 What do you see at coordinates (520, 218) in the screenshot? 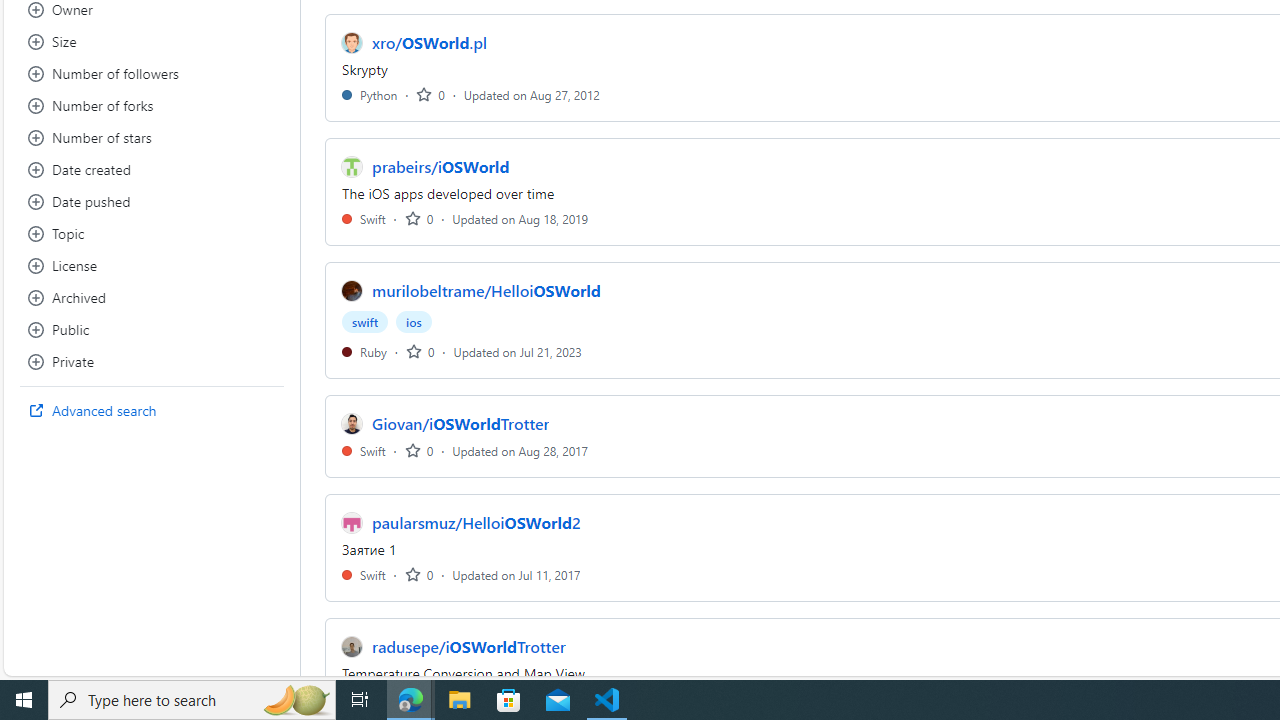
I see `'Updated on Aug 18, 2019'` at bounding box center [520, 218].